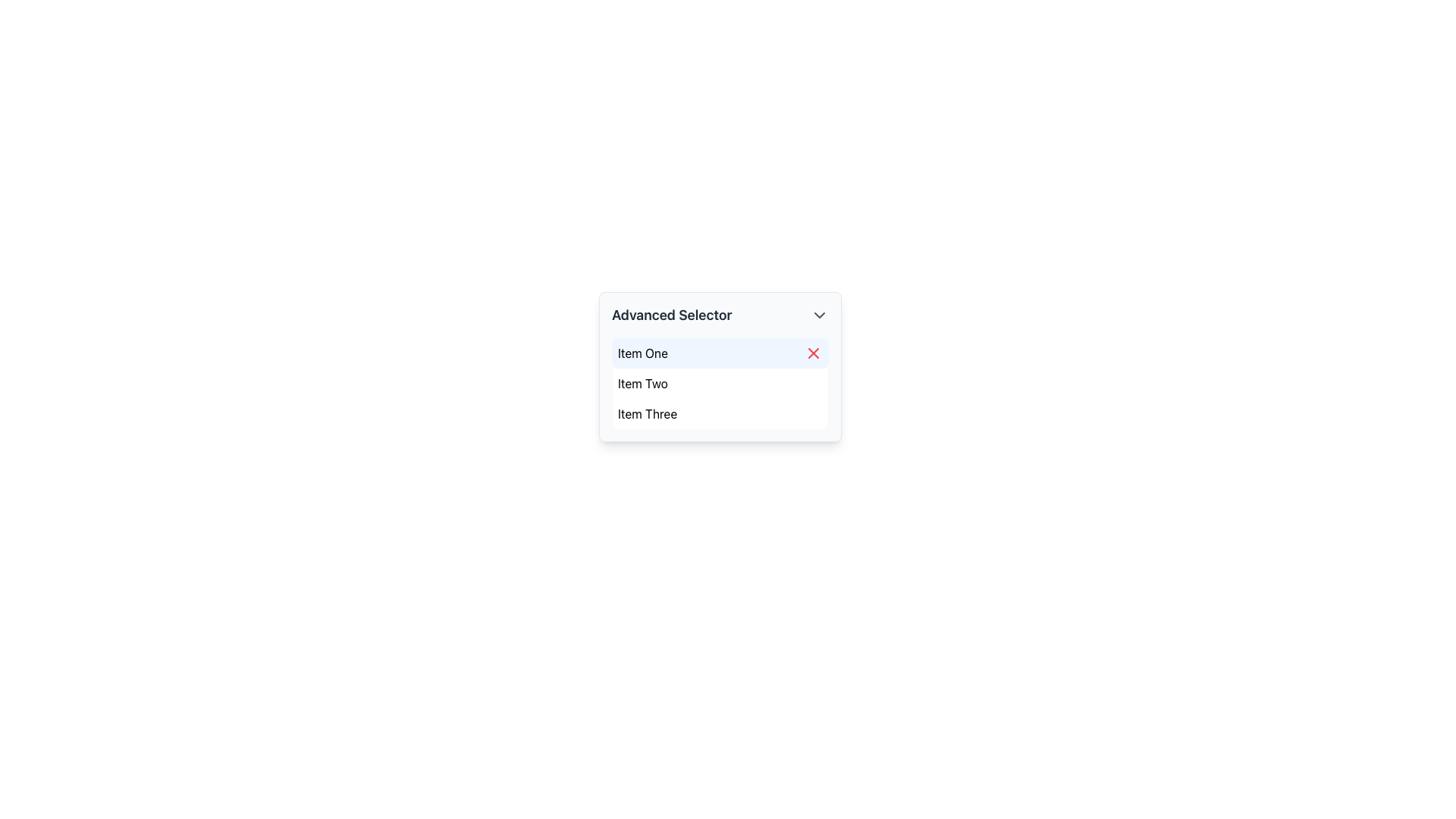  I want to click on the red 'X' icon button for clear/delete functionality located on the far right of the dropdown menu row labeled 'Item One' to clear the associated item, so click(813, 353).